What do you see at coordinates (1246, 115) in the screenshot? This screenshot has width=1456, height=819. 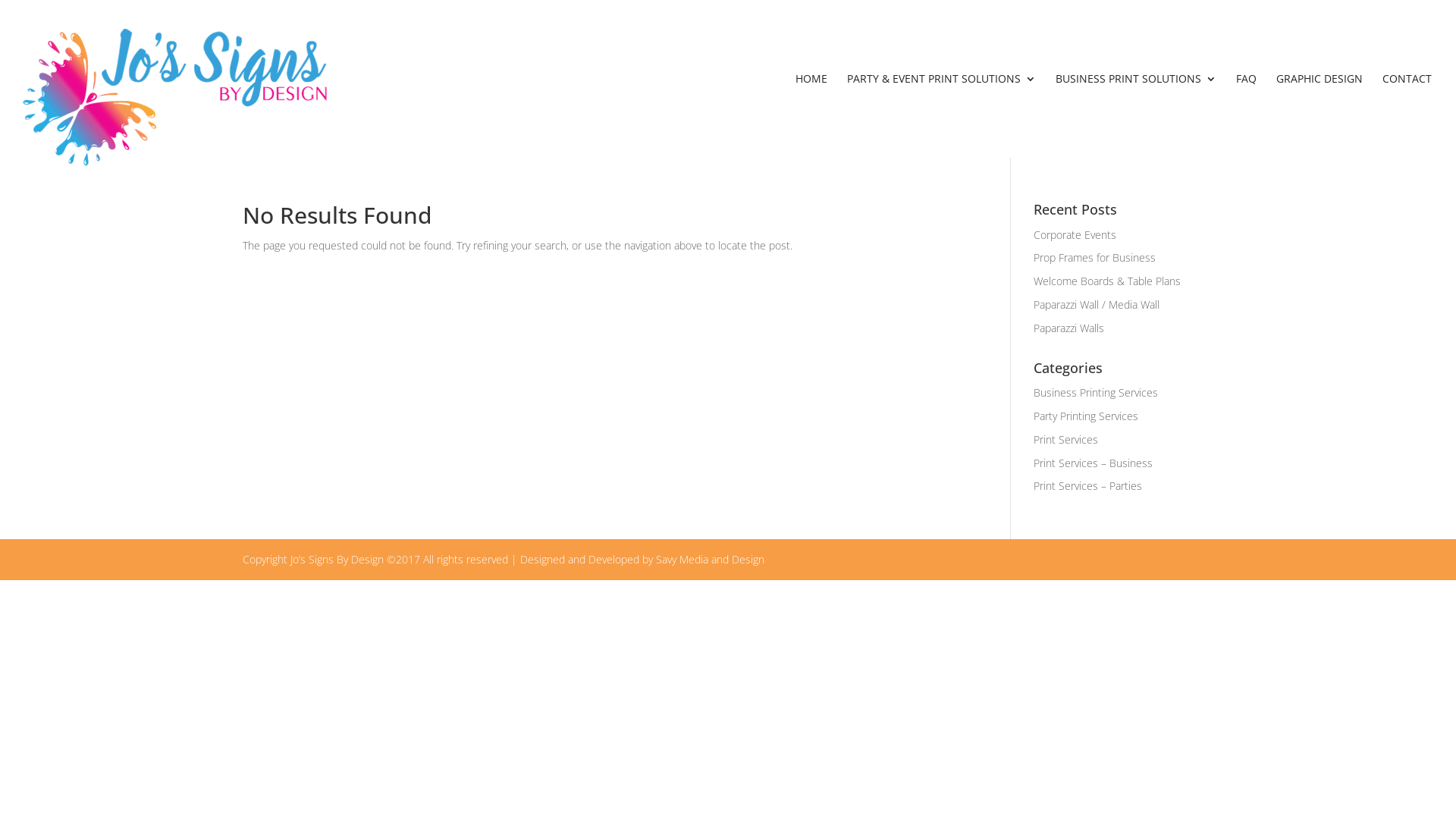 I see `'FAQ'` at bounding box center [1246, 115].